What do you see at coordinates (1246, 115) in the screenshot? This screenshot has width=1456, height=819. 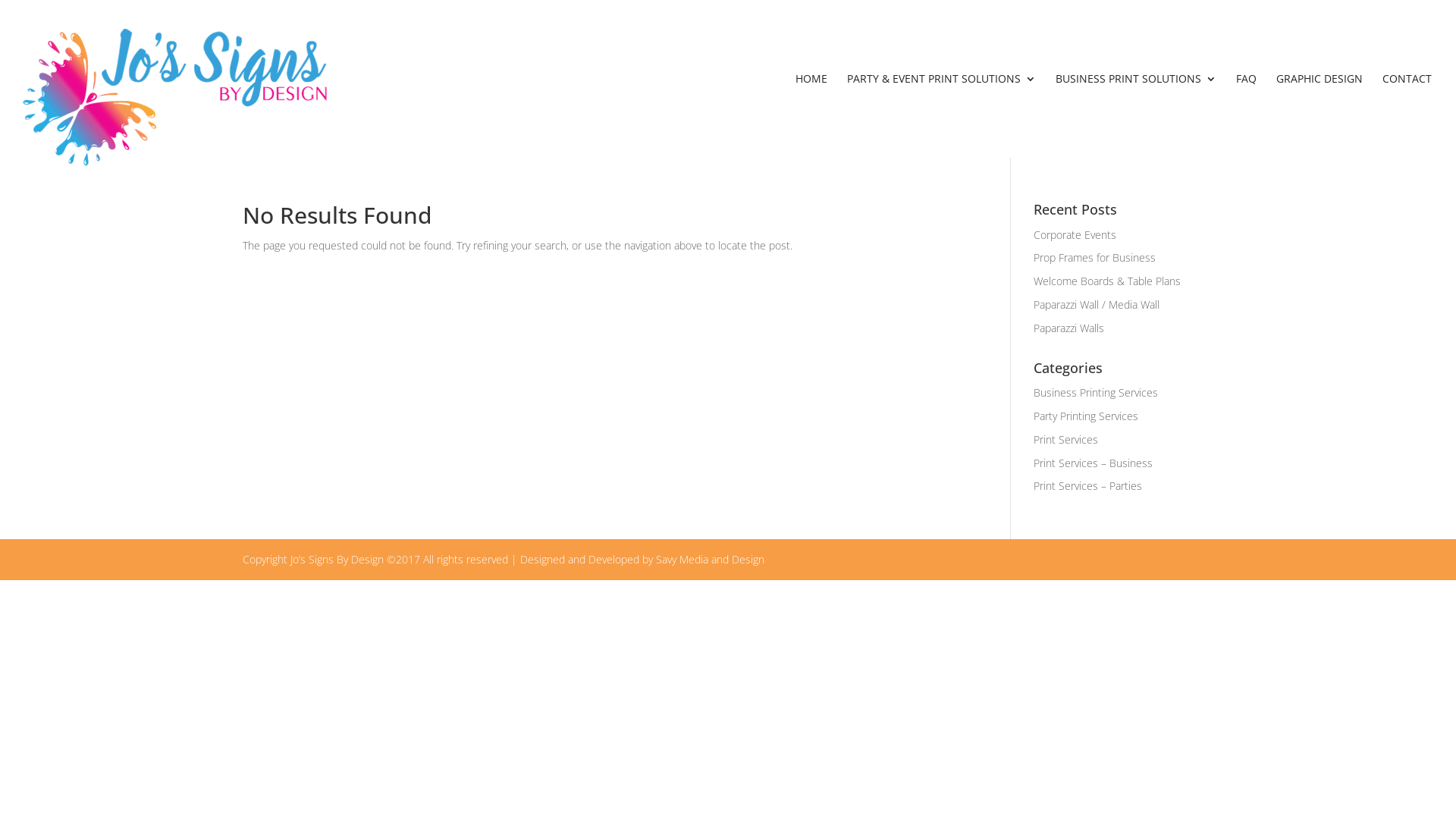 I see `'FAQ'` at bounding box center [1246, 115].